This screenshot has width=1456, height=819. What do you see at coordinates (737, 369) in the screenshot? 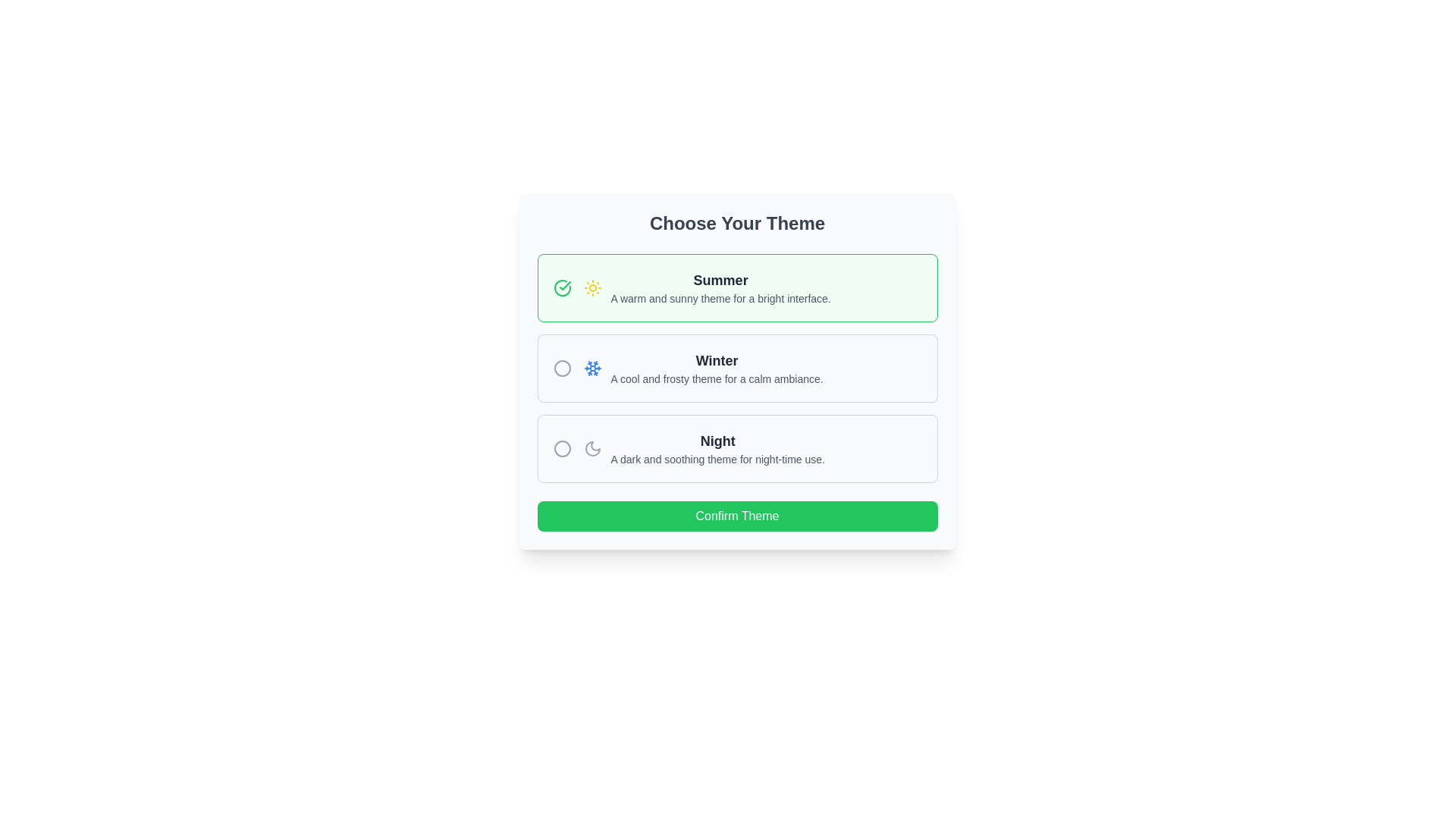
I see `the vertical group of theme options titled 'Choose Your Theme'` at bounding box center [737, 369].